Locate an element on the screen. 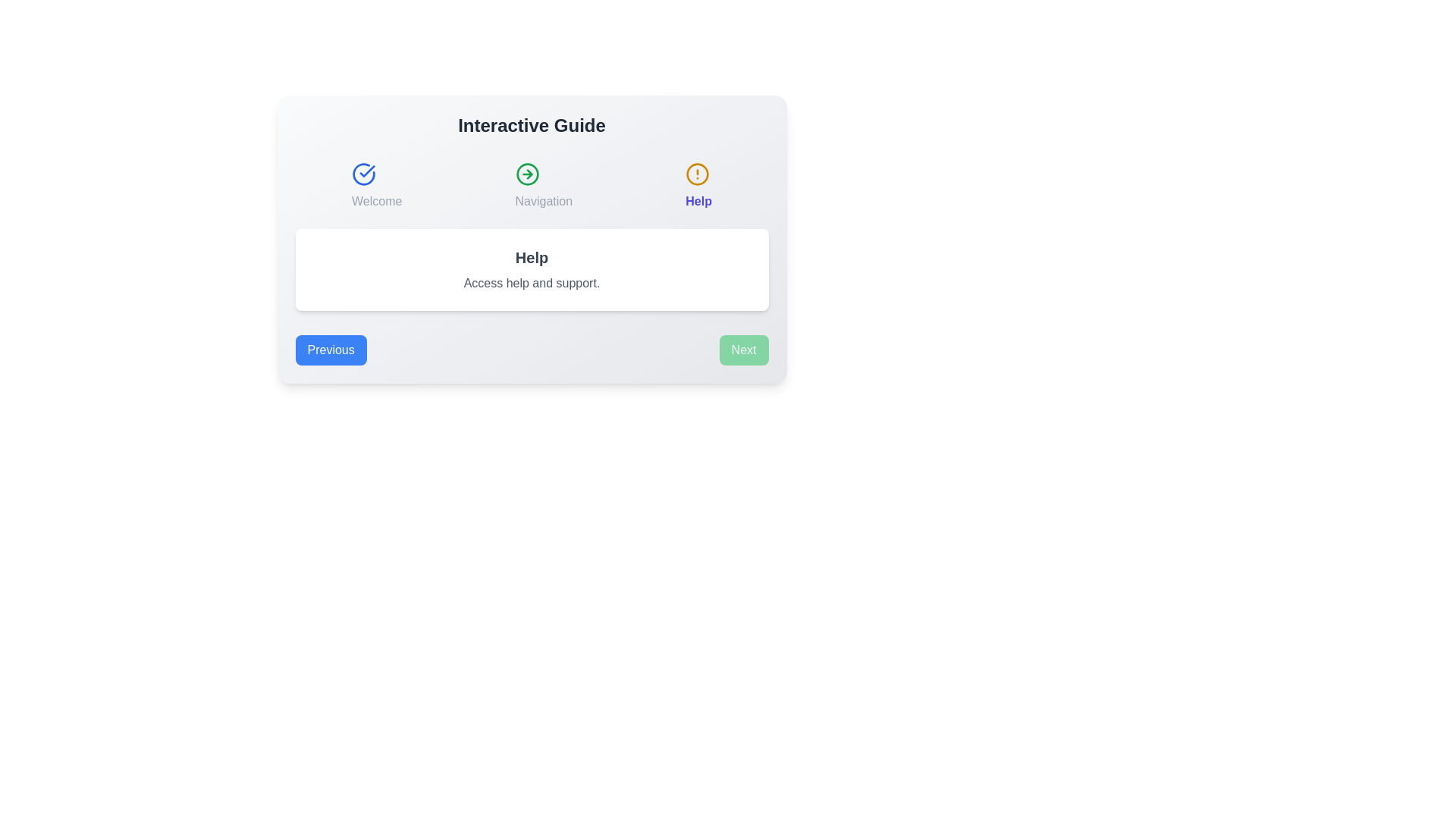 The image size is (1456, 819). the verification icon located at the top left of the 'Interactive Guide' card, above the 'Previous' button is located at coordinates (367, 171).